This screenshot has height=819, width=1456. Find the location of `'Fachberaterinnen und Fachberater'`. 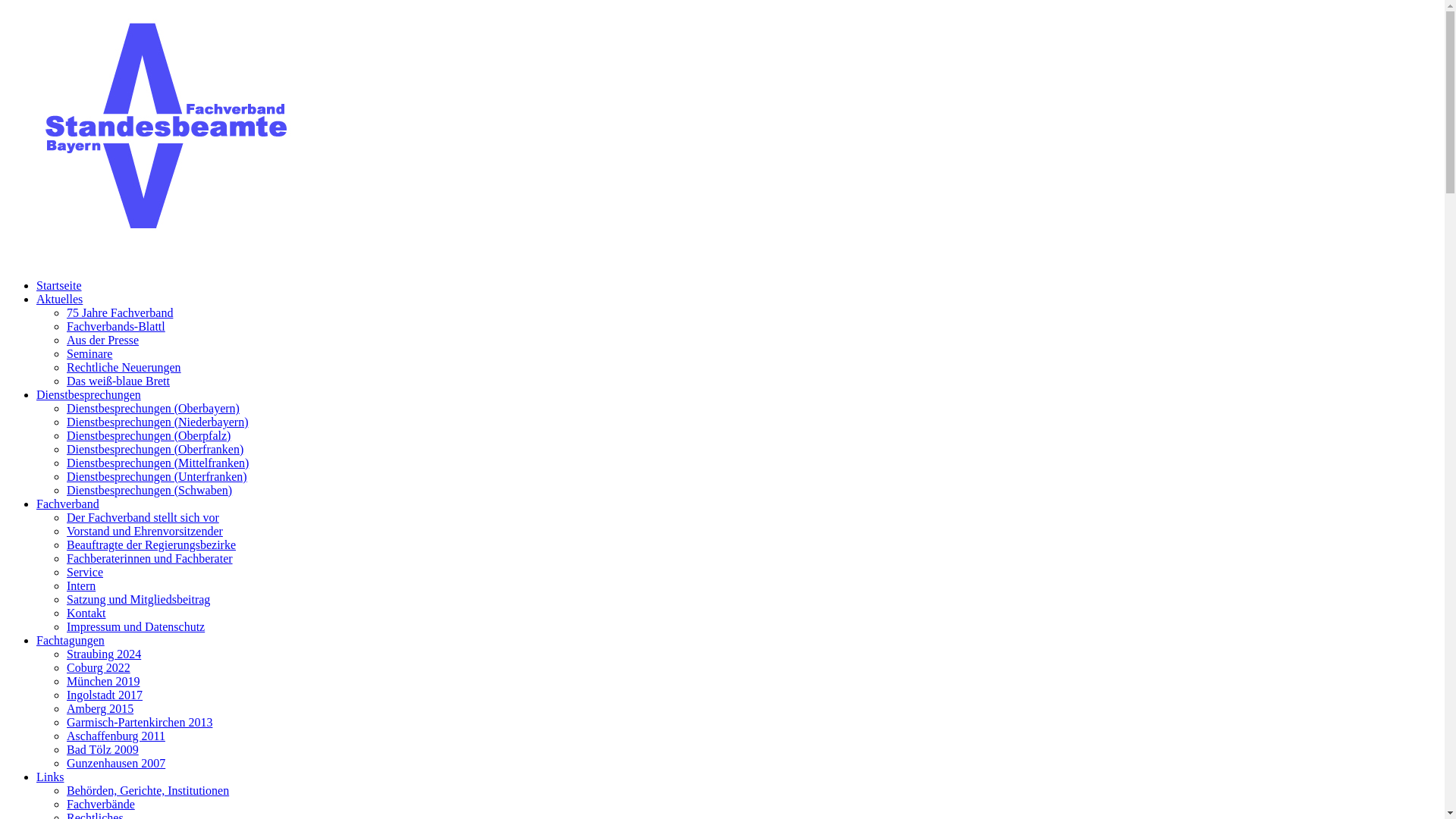

'Fachberaterinnen und Fachberater' is located at coordinates (149, 558).